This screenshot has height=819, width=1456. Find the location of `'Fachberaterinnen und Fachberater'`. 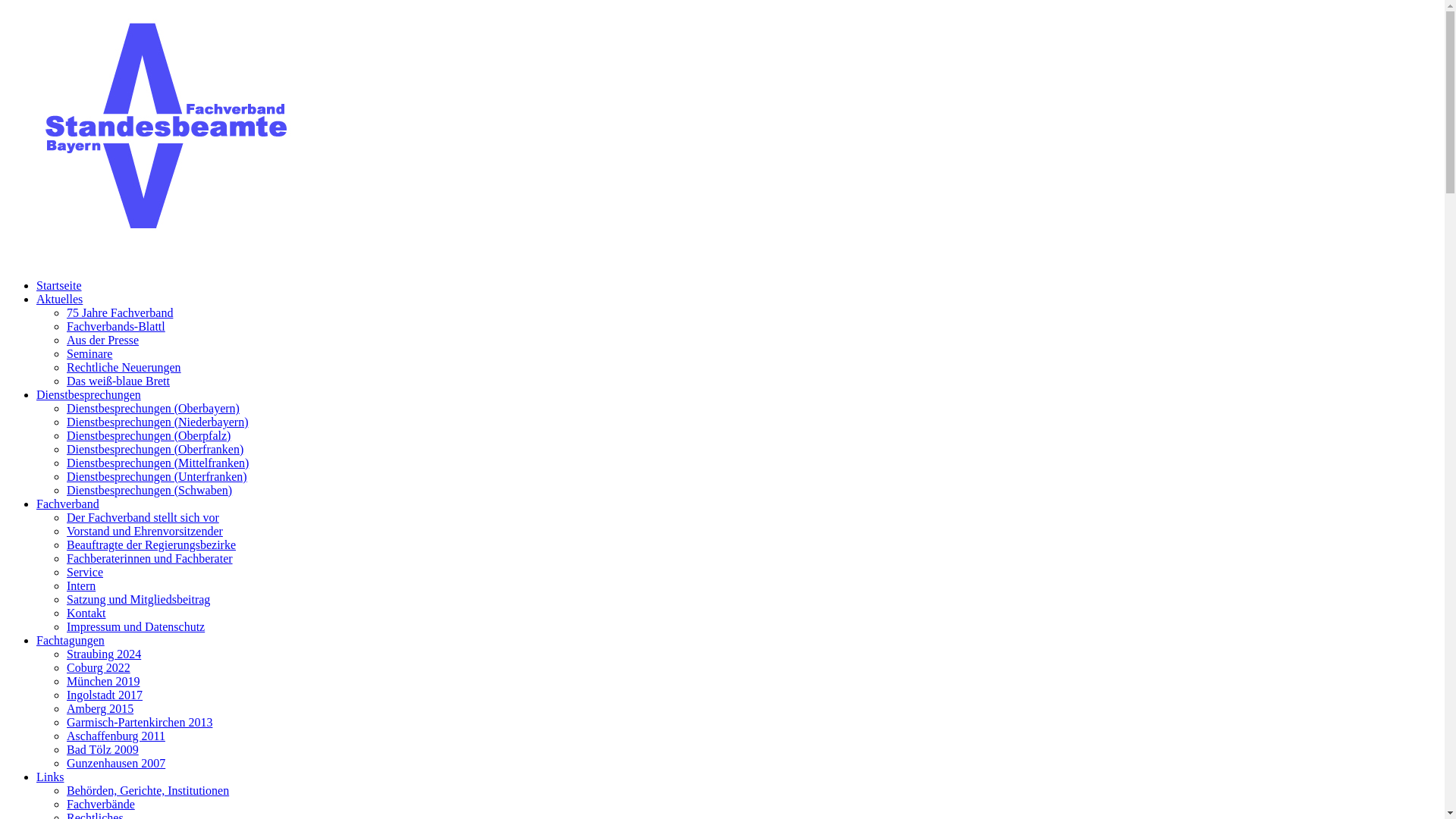

'Fachberaterinnen und Fachberater' is located at coordinates (149, 558).